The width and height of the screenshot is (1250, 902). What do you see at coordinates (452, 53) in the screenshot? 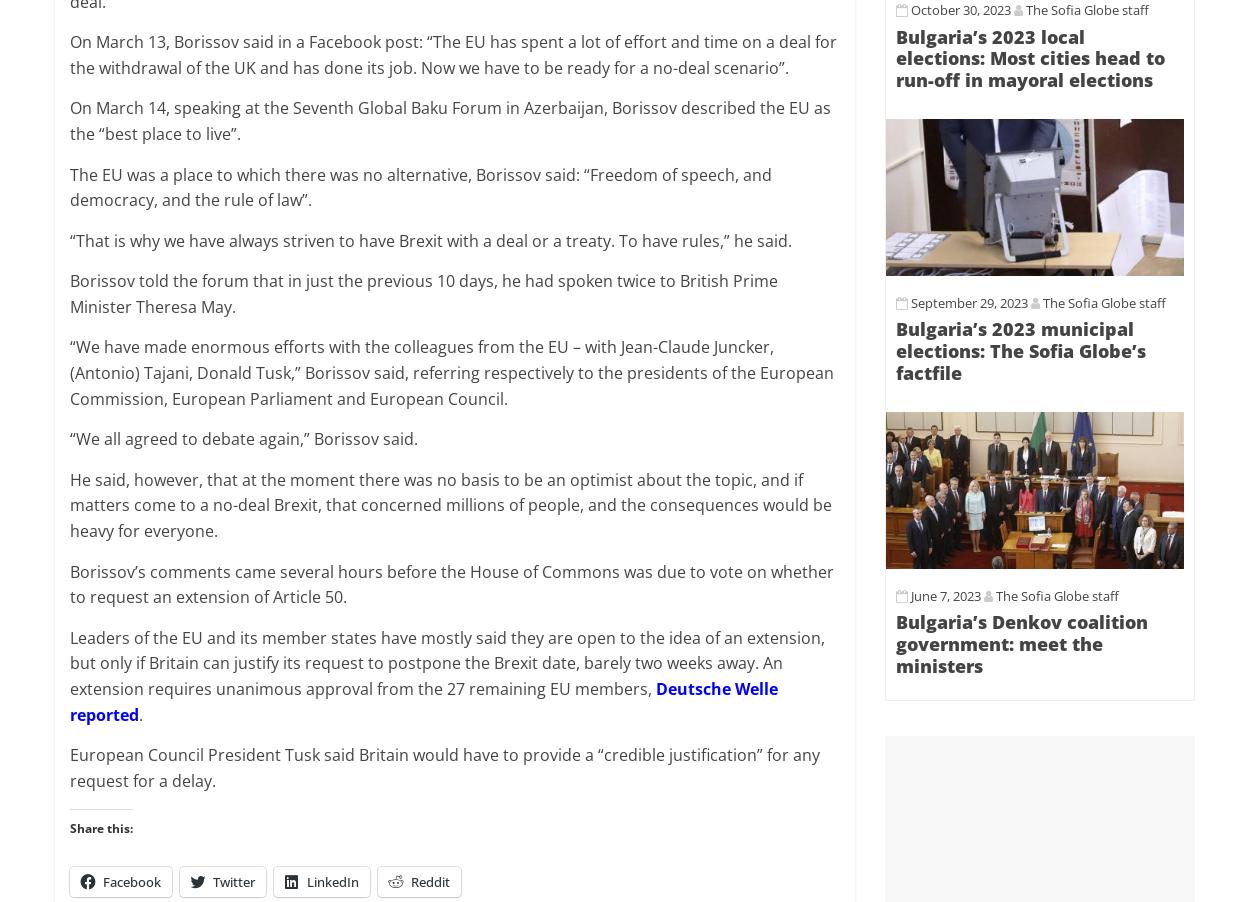
I see `'On March 13, Borissov said in a Facebook post: “The EU has spent a lot of effort and time on a deal for the withdrawal of the UK and has done its job. Now we have to be ready for a no-deal scenario”.'` at bounding box center [452, 53].